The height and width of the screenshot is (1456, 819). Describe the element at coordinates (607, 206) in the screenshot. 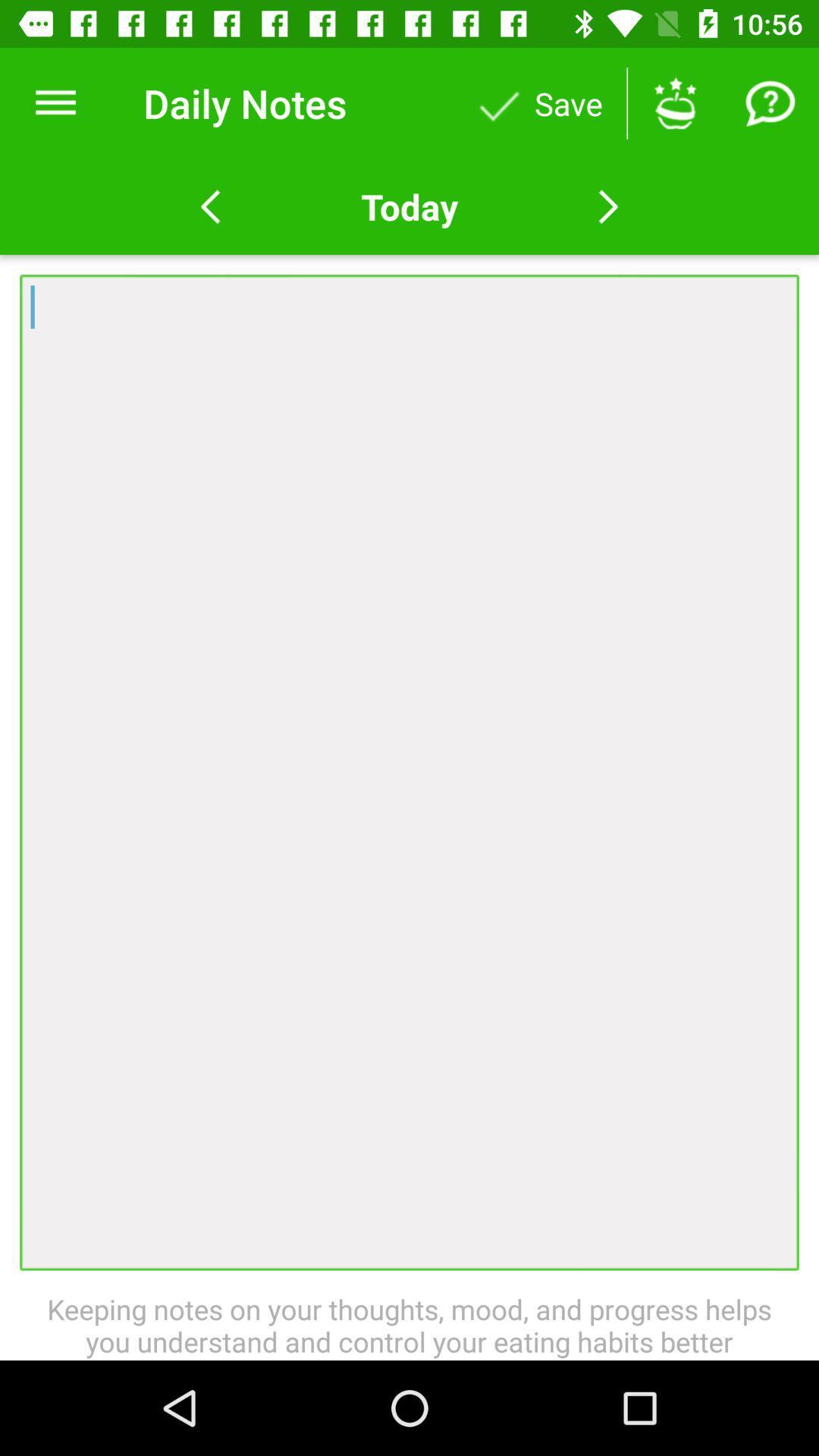

I see `the arrow_forward icon` at that location.